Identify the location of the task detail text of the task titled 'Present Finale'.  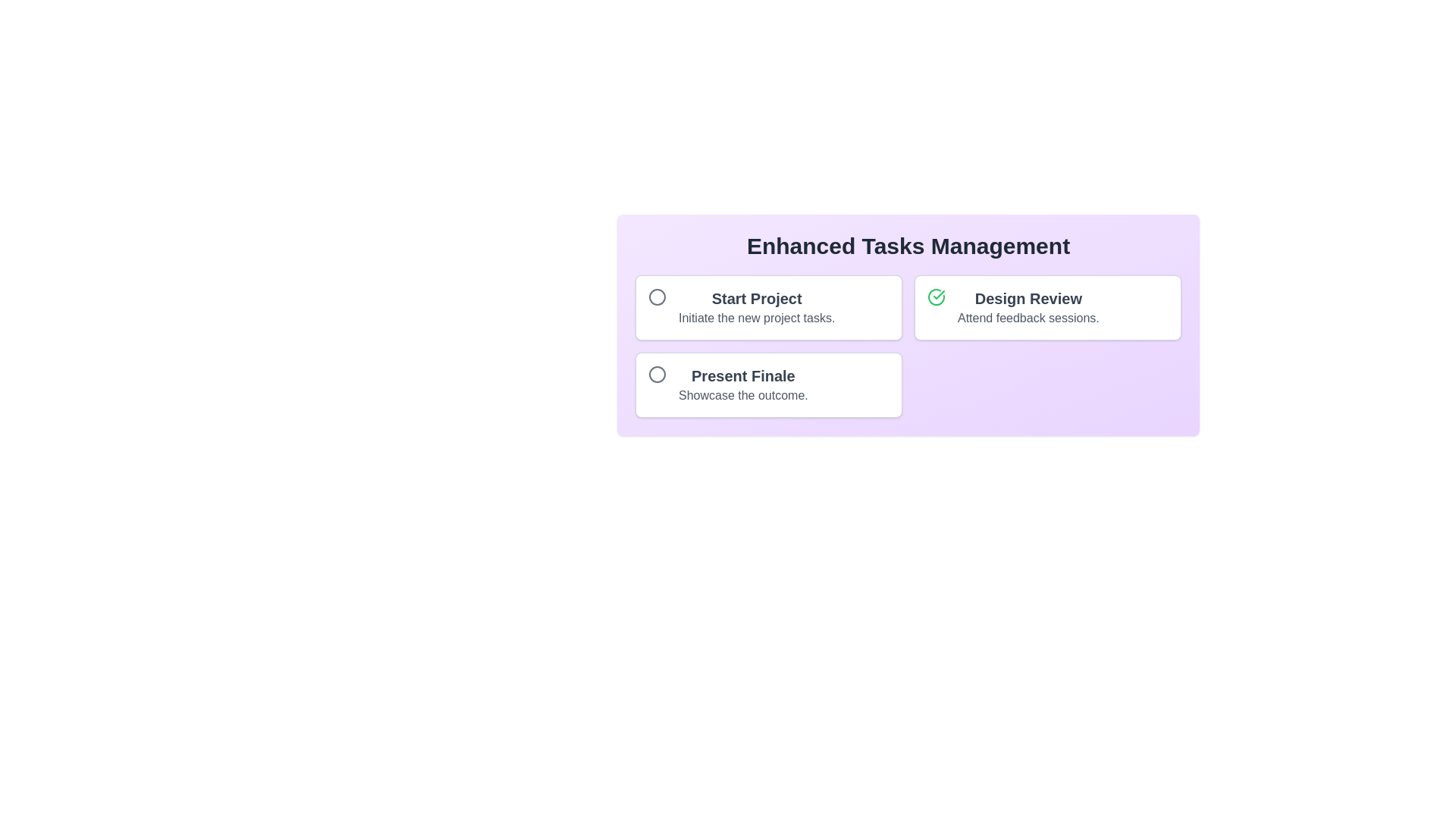
(742, 394).